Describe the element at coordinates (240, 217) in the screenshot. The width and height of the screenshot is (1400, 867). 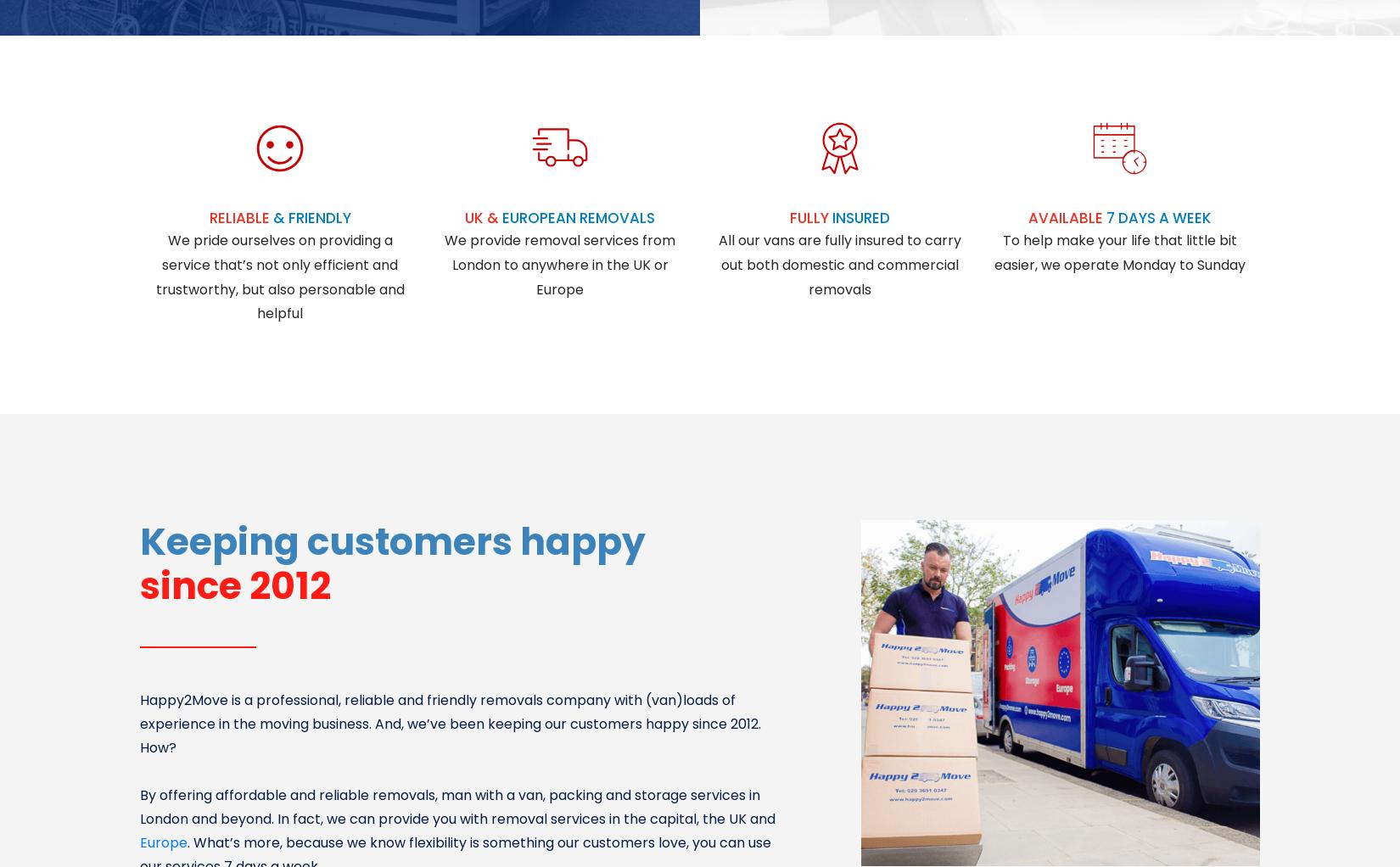
I see `'RELIABLE'` at that location.